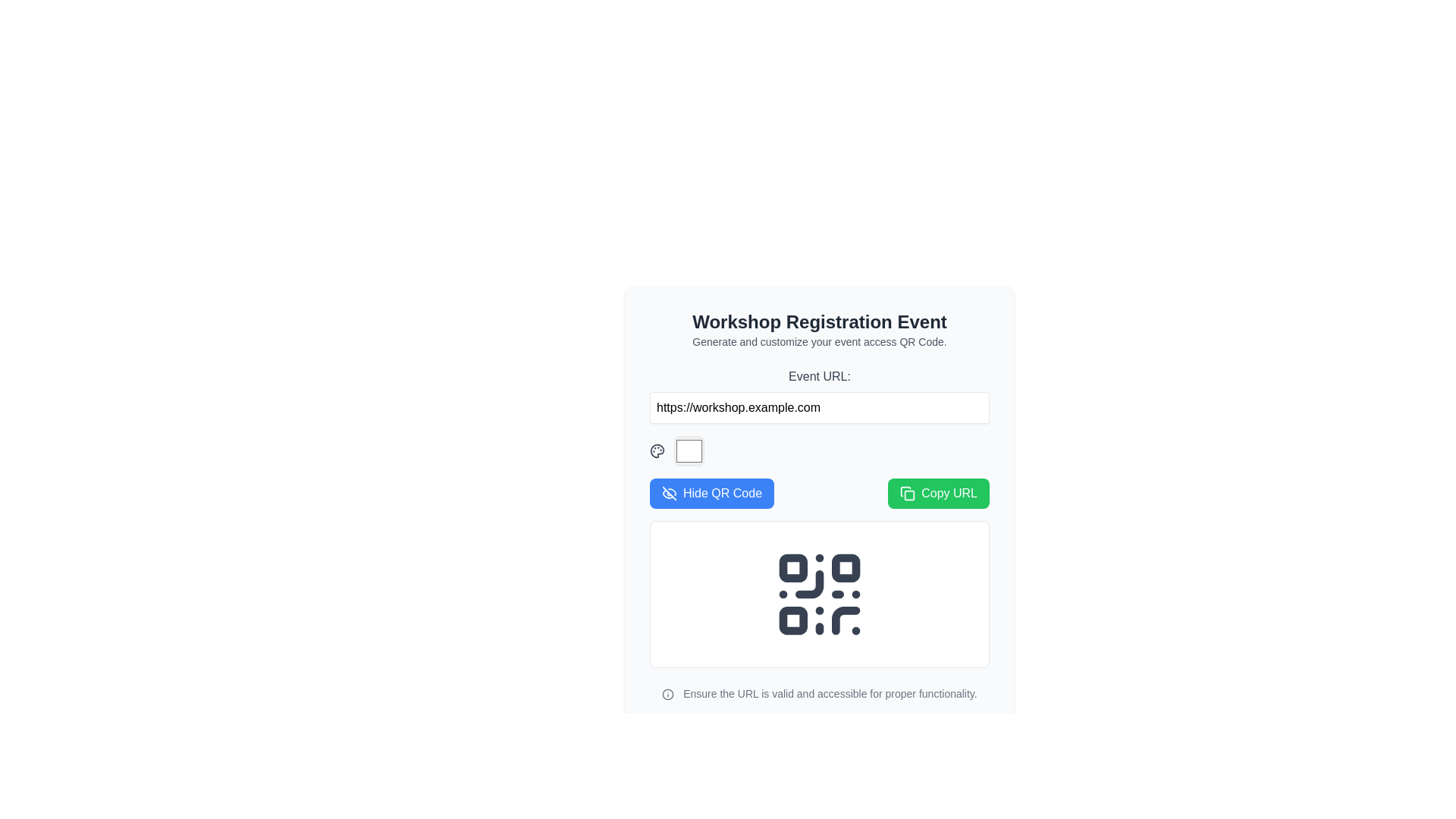 This screenshot has height=819, width=1456. Describe the element at coordinates (818, 342) in the screenshot. I see `the static text label providing guidance for generating and customizing QR codes for event access, located below the title 'Workshop Registration Event'` at that location.